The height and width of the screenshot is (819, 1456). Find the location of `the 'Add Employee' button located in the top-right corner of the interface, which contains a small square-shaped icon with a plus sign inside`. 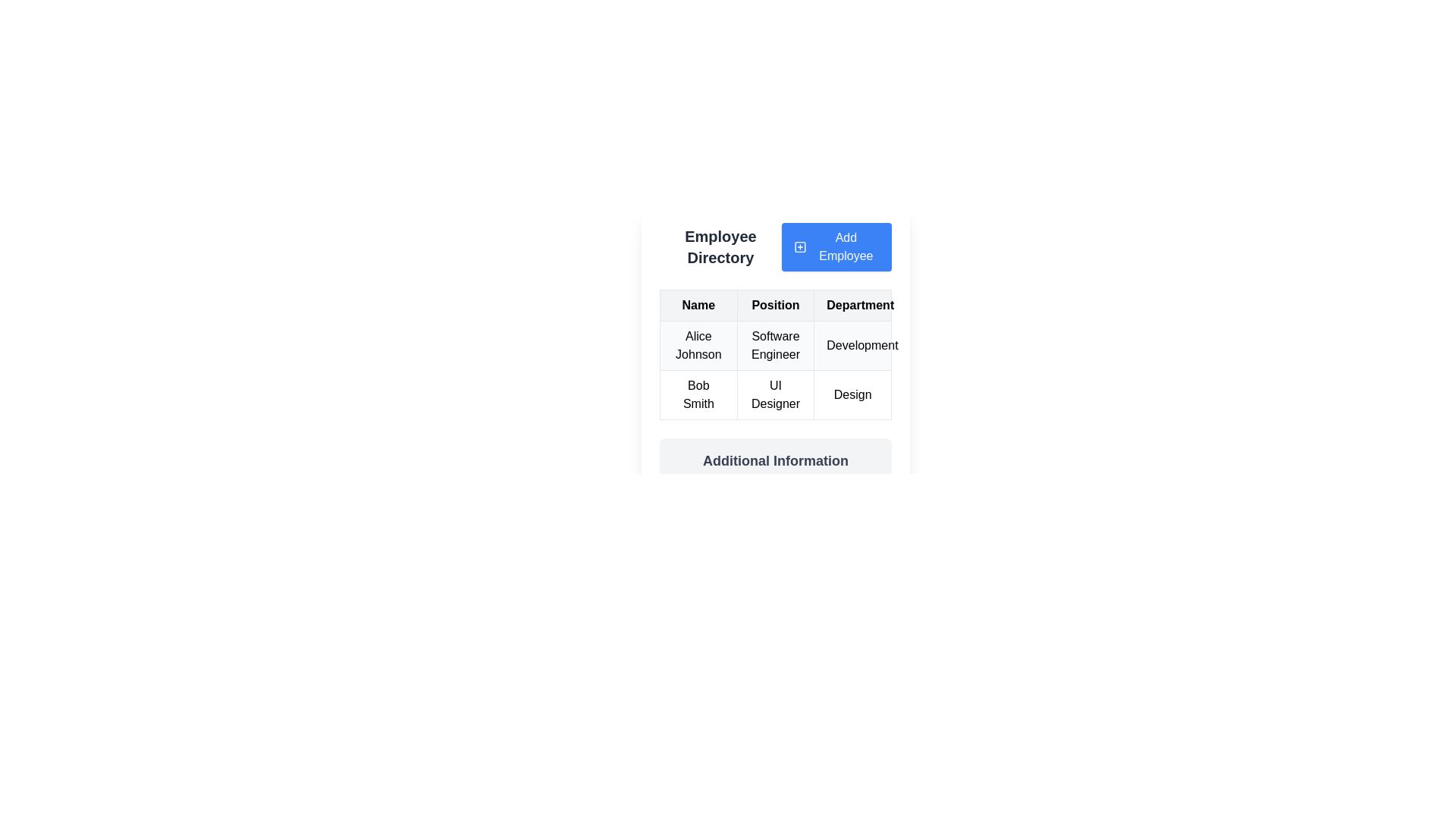

the 'Add Employee' button located in the top-right corner of the interface, which contains a small square-shaped icon with a plus sign inside is located at coordinates (799, 246).